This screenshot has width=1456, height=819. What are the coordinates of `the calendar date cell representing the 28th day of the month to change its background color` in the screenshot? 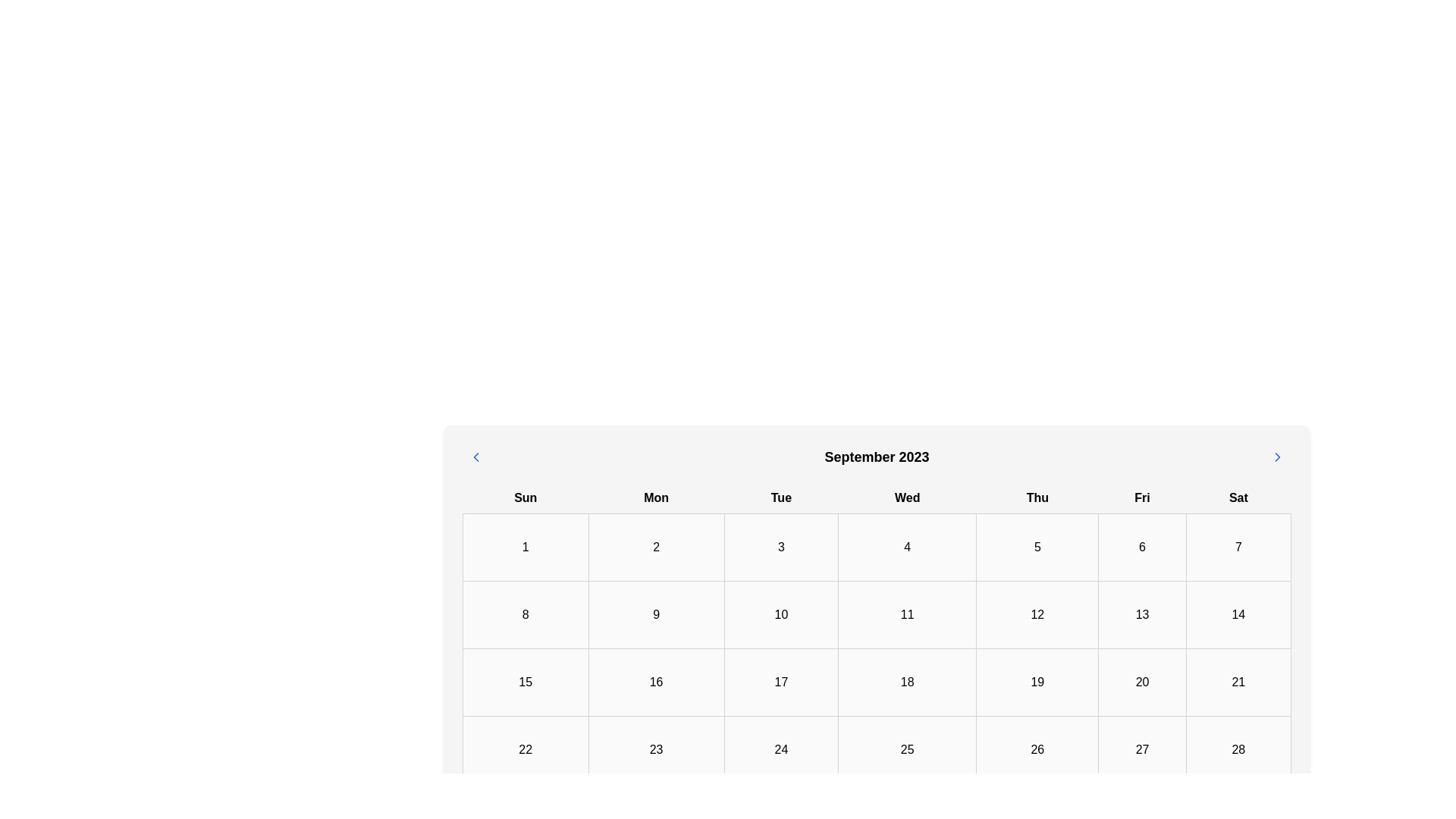 It's located at (1238, 748).